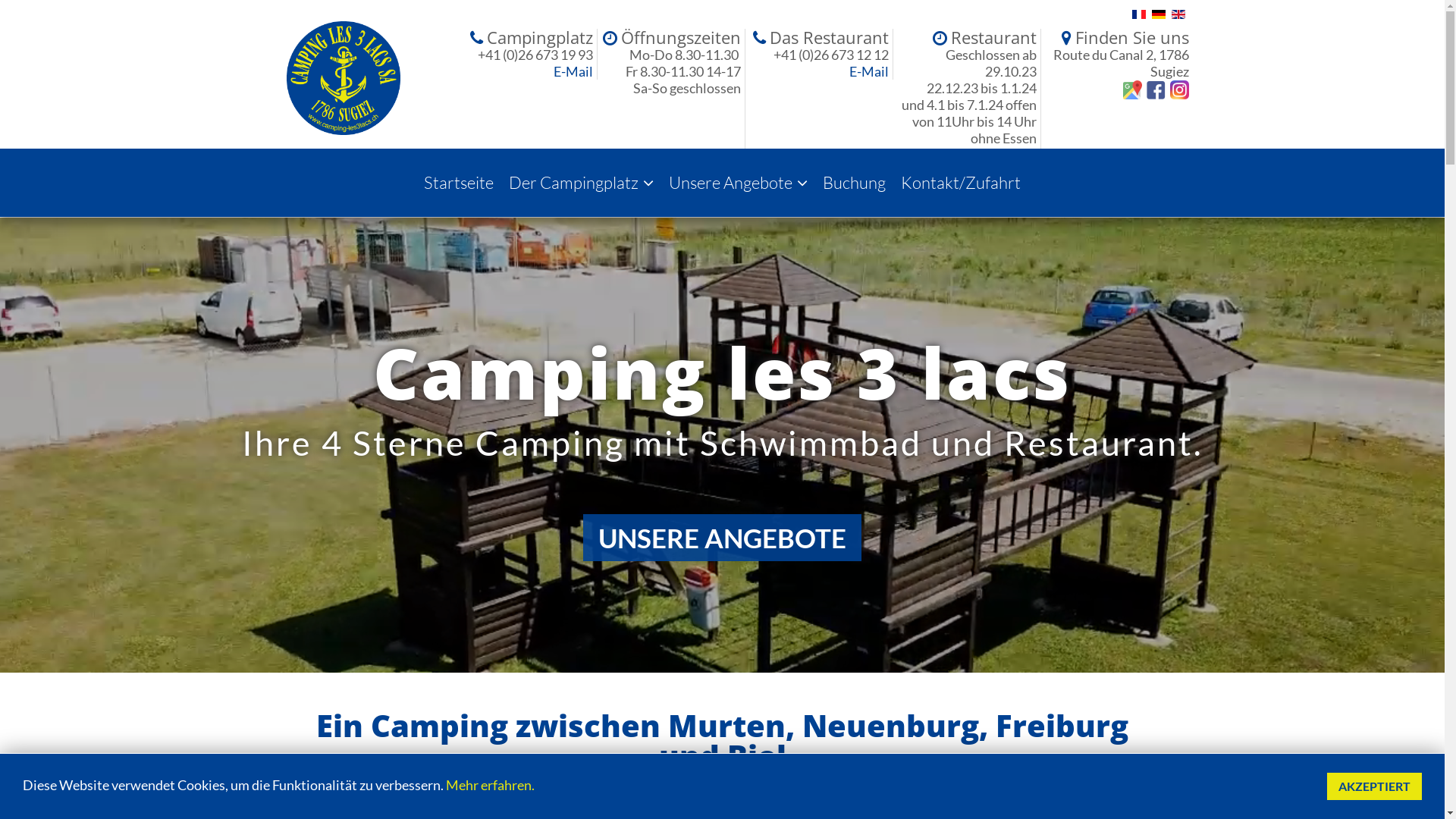  I want to click on 'German', so click(1156, 14).